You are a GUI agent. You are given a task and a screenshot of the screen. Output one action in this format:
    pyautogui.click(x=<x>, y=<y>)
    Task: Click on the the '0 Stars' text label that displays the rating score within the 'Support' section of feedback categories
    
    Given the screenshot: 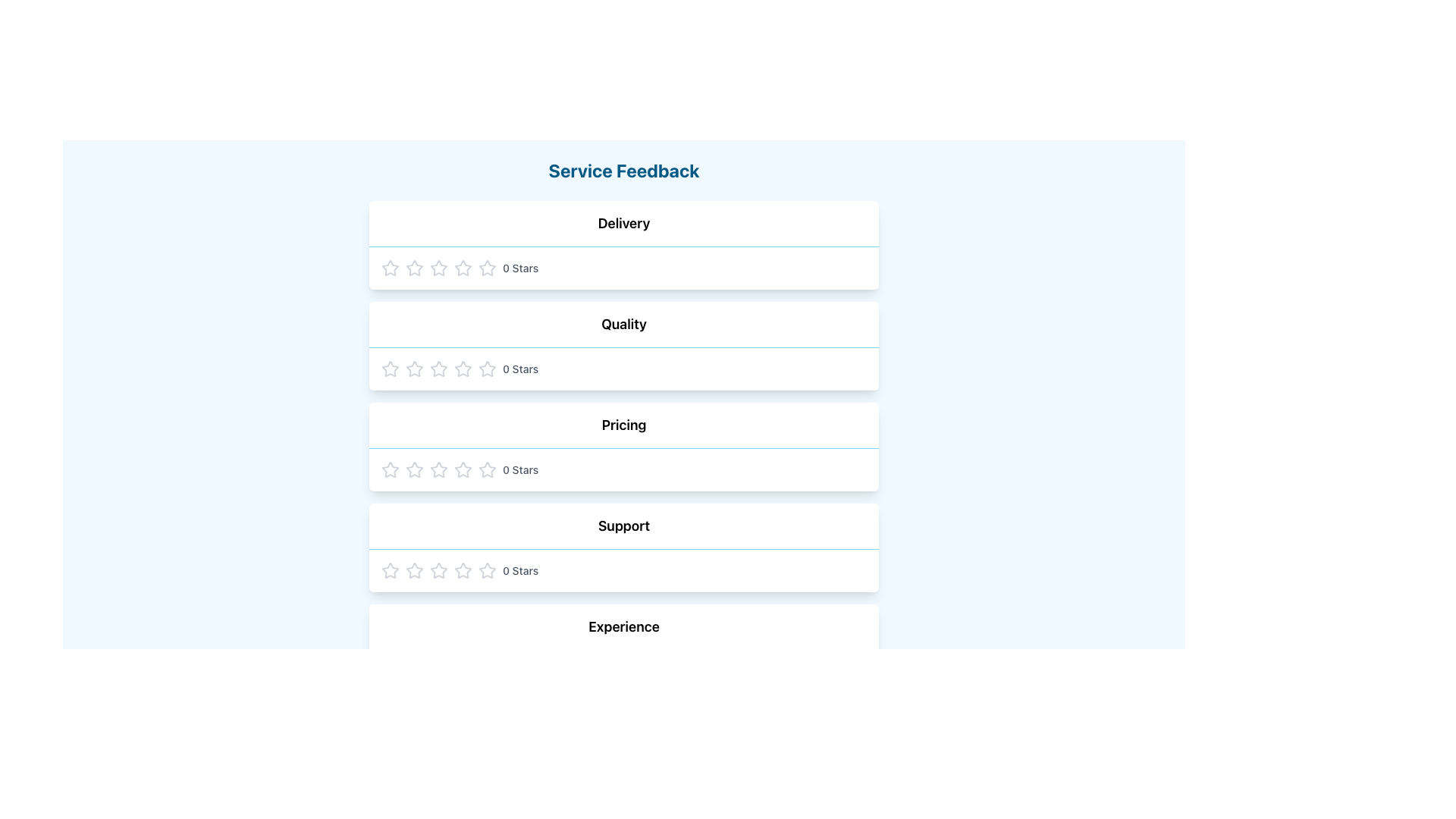 What is the action you would take?
    pyautogui.click(x=520, y=570)
    